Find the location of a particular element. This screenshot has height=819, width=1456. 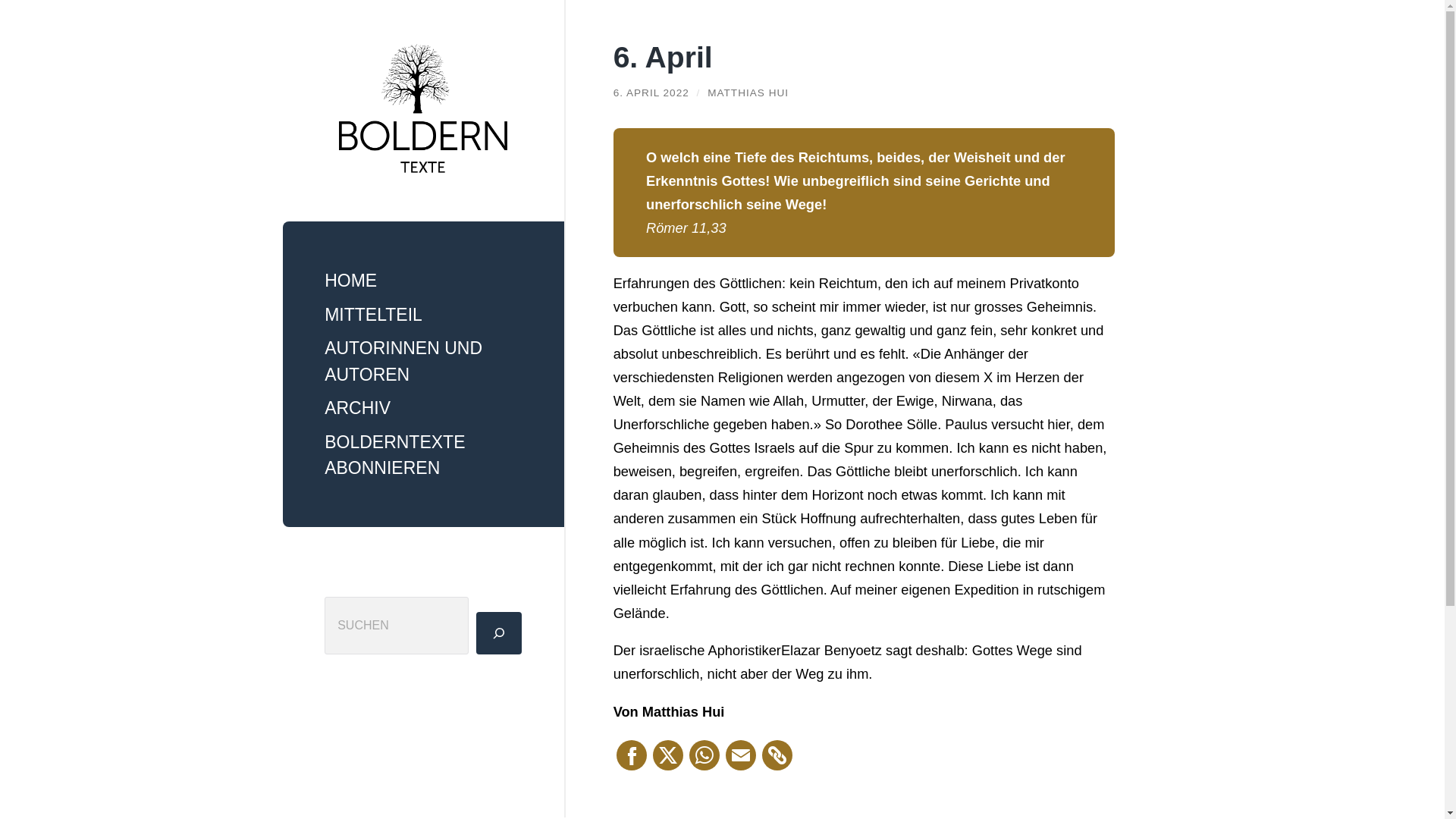

'Email This' is located at coordinates (741, 755).